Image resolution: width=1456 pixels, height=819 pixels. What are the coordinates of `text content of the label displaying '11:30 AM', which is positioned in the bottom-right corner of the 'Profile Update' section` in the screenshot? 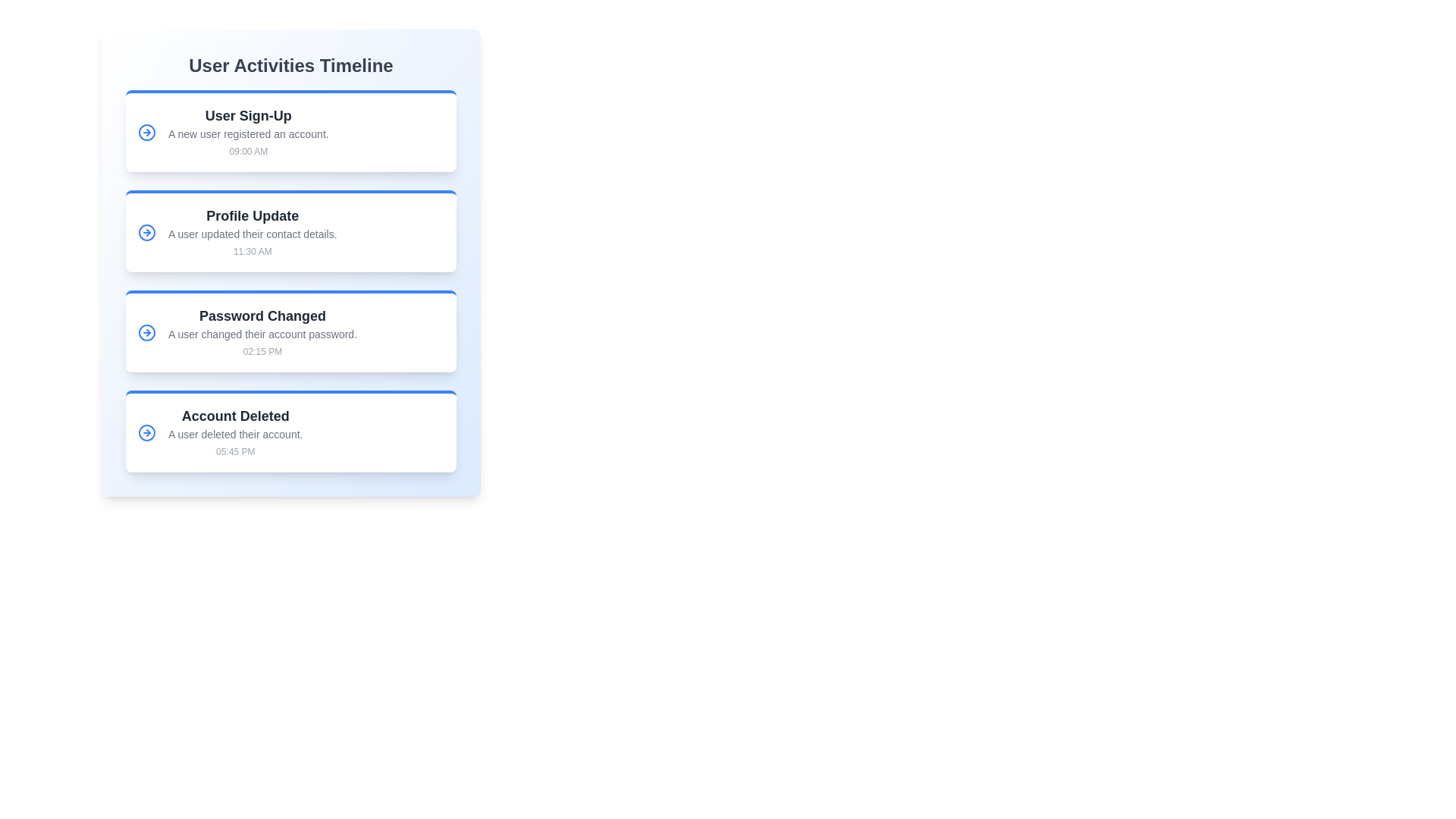 It's located at (253, 250).